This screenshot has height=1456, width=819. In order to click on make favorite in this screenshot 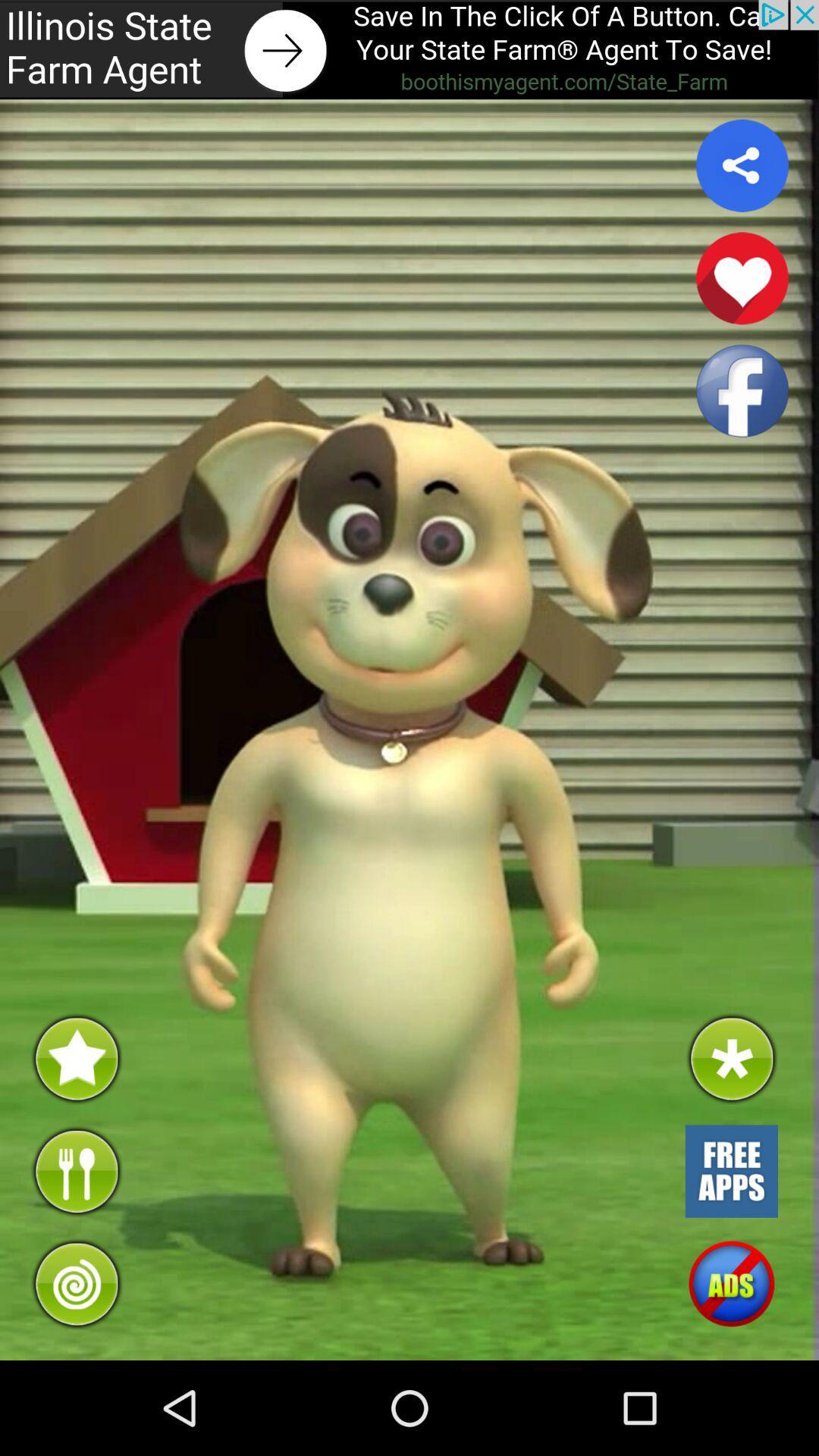, I will do `click(742, 278)`.